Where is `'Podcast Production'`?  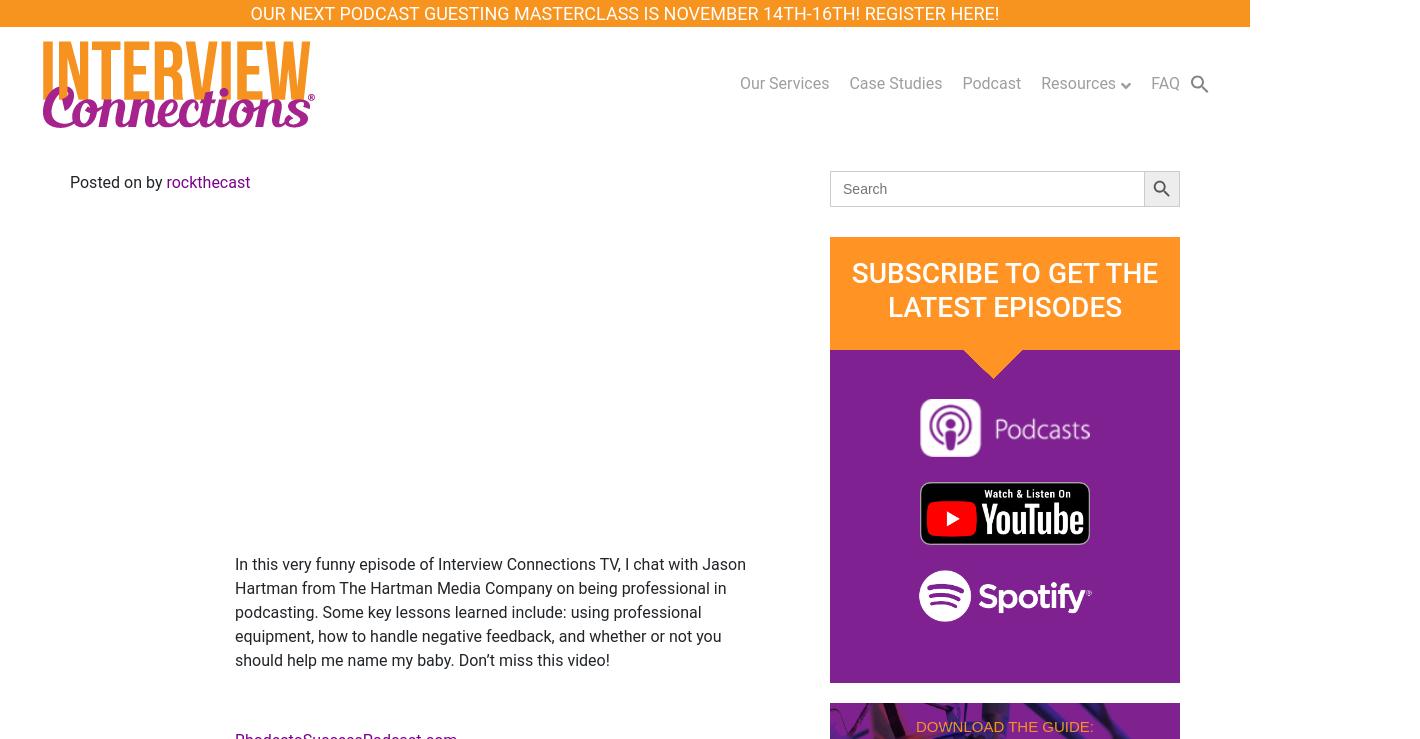
'Podcast Production' is located at coordinates (636, 289).